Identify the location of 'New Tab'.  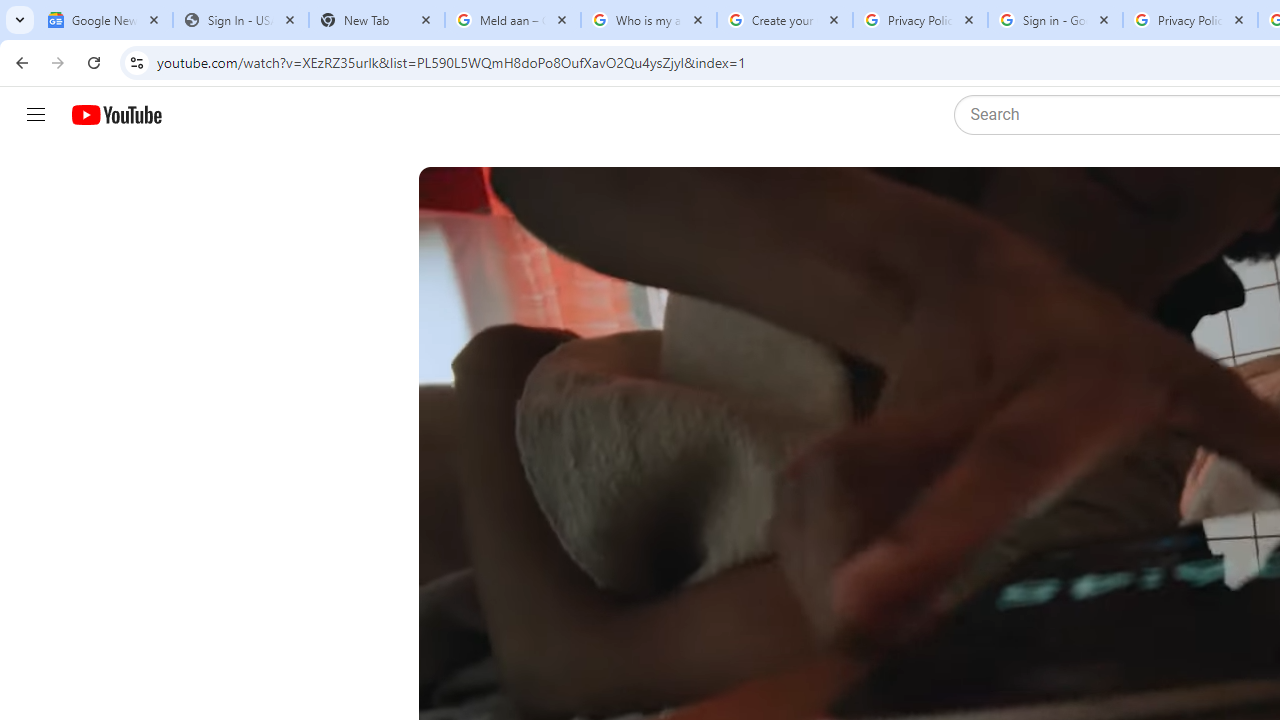
(376, 20).